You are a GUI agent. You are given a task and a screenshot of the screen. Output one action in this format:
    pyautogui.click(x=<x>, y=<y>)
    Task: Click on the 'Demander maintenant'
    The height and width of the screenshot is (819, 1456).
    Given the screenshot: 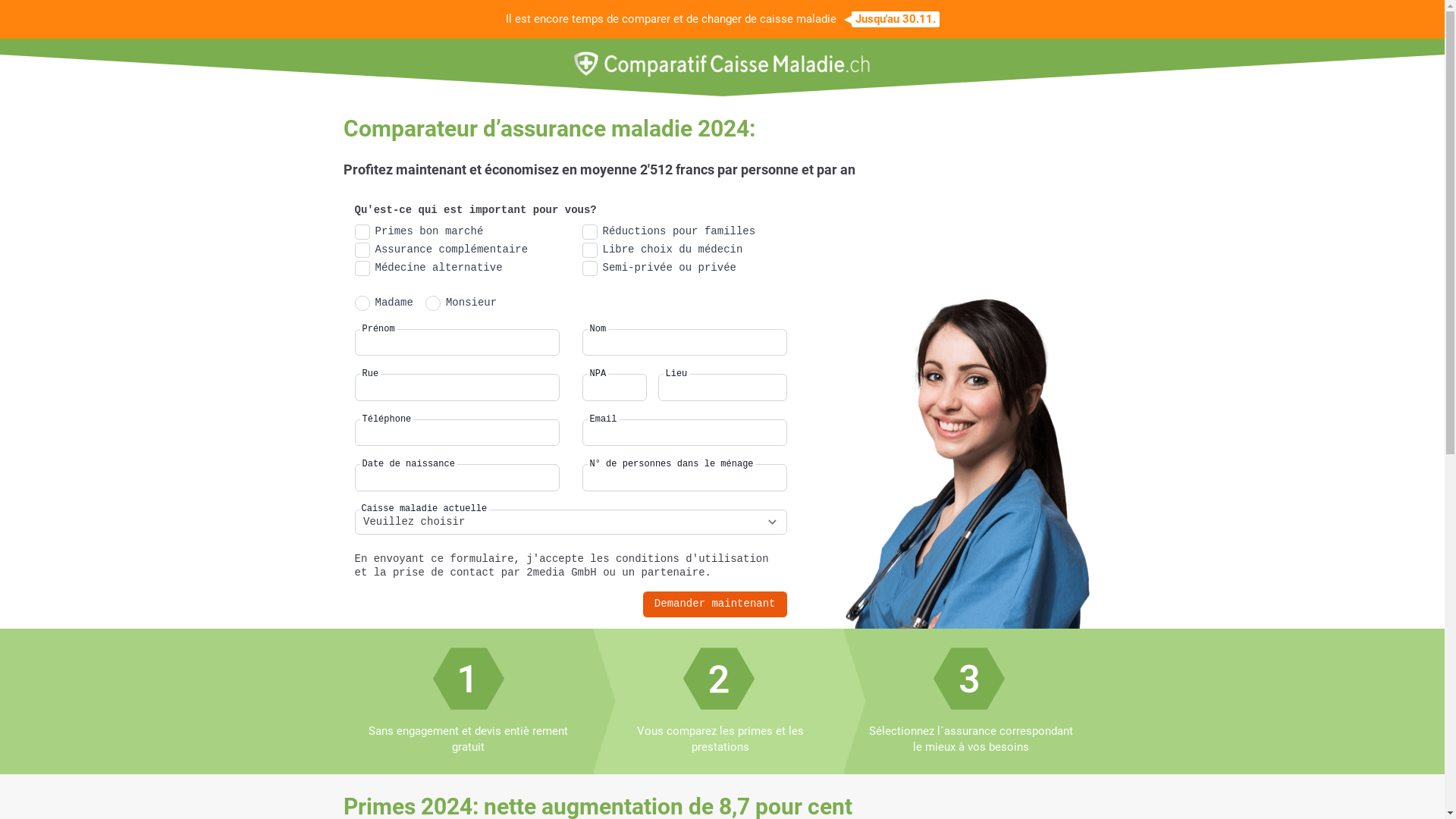 What is the action you would take?
    pyautogui.click(x=714, y=604)
    